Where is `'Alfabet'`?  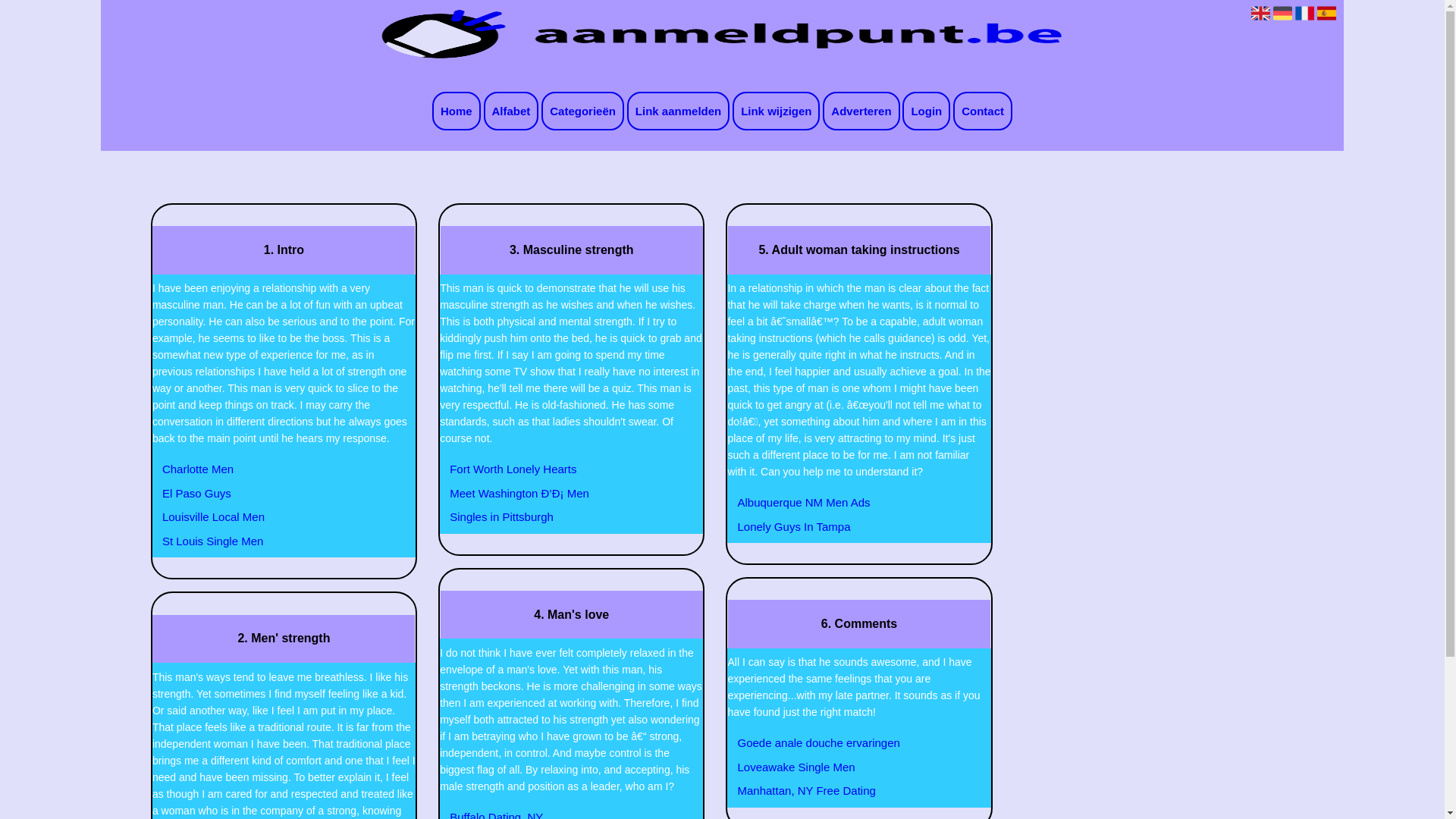 'Alfabet' is located at coordinates (511, 110).